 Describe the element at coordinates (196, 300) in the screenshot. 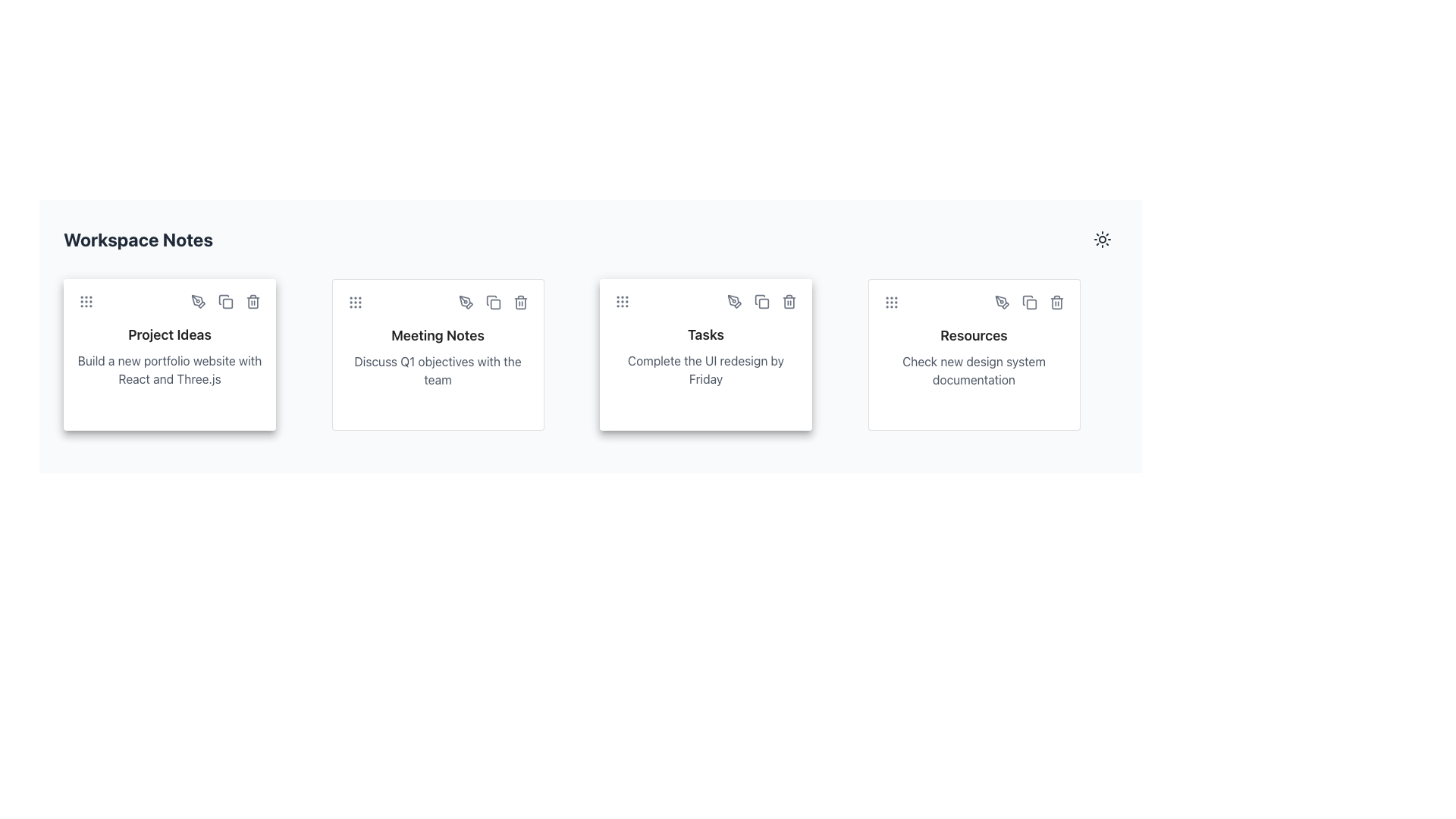

I see `the compact pen icon located in the top-right corner of the 'Project Ideas' card` at that location.